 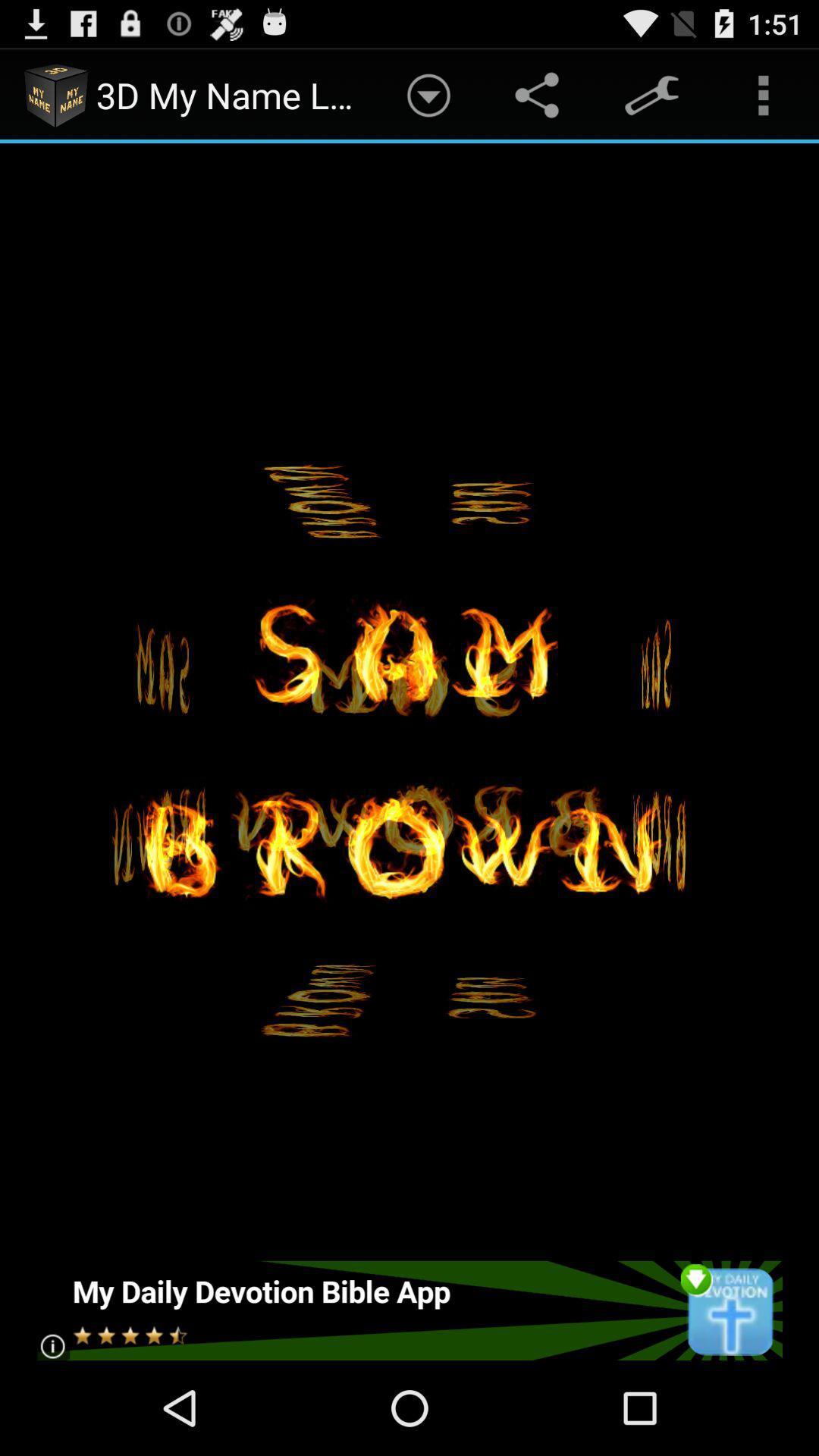 What do you see at coordinates (408, 1310) in the screenshot?
I see `advertisement banner` at bounding box center [408, 1310].